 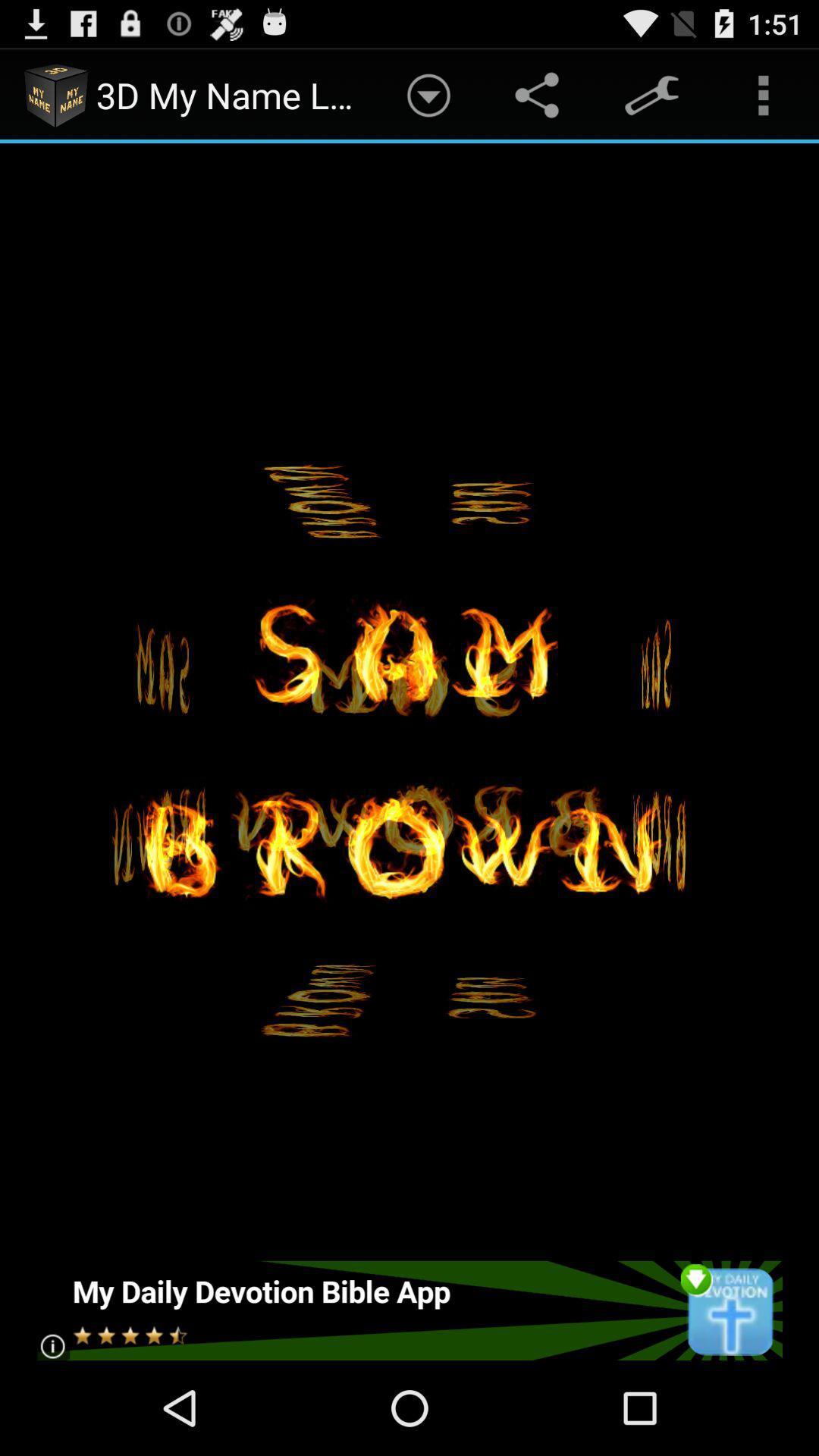 What do you see at coordinates (408, 1310) in the screenshot?
I see `advertisement banner` at bounding box center [408, 1310].